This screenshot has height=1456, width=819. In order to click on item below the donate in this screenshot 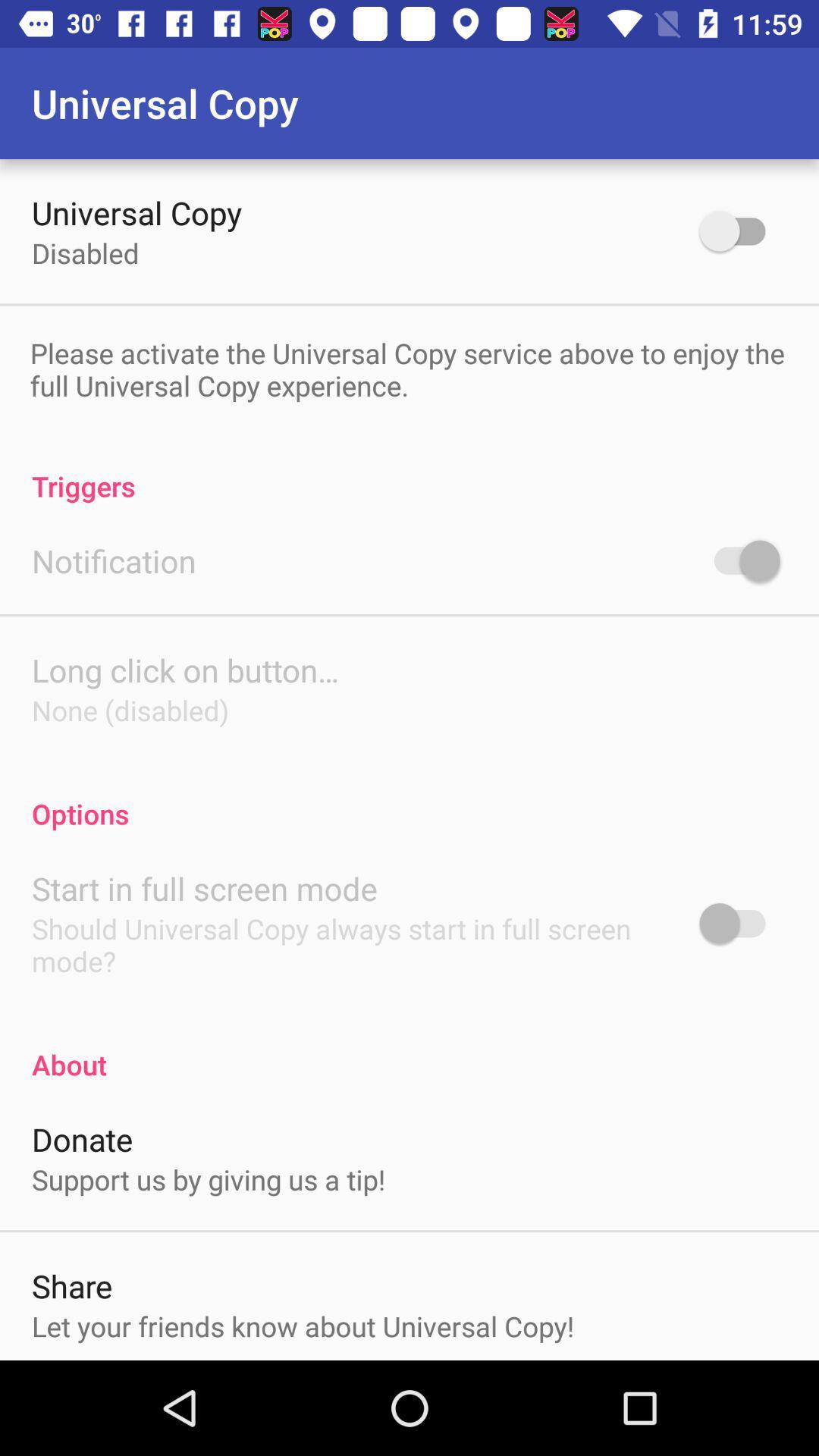, I will do `click(209, 1178)`.